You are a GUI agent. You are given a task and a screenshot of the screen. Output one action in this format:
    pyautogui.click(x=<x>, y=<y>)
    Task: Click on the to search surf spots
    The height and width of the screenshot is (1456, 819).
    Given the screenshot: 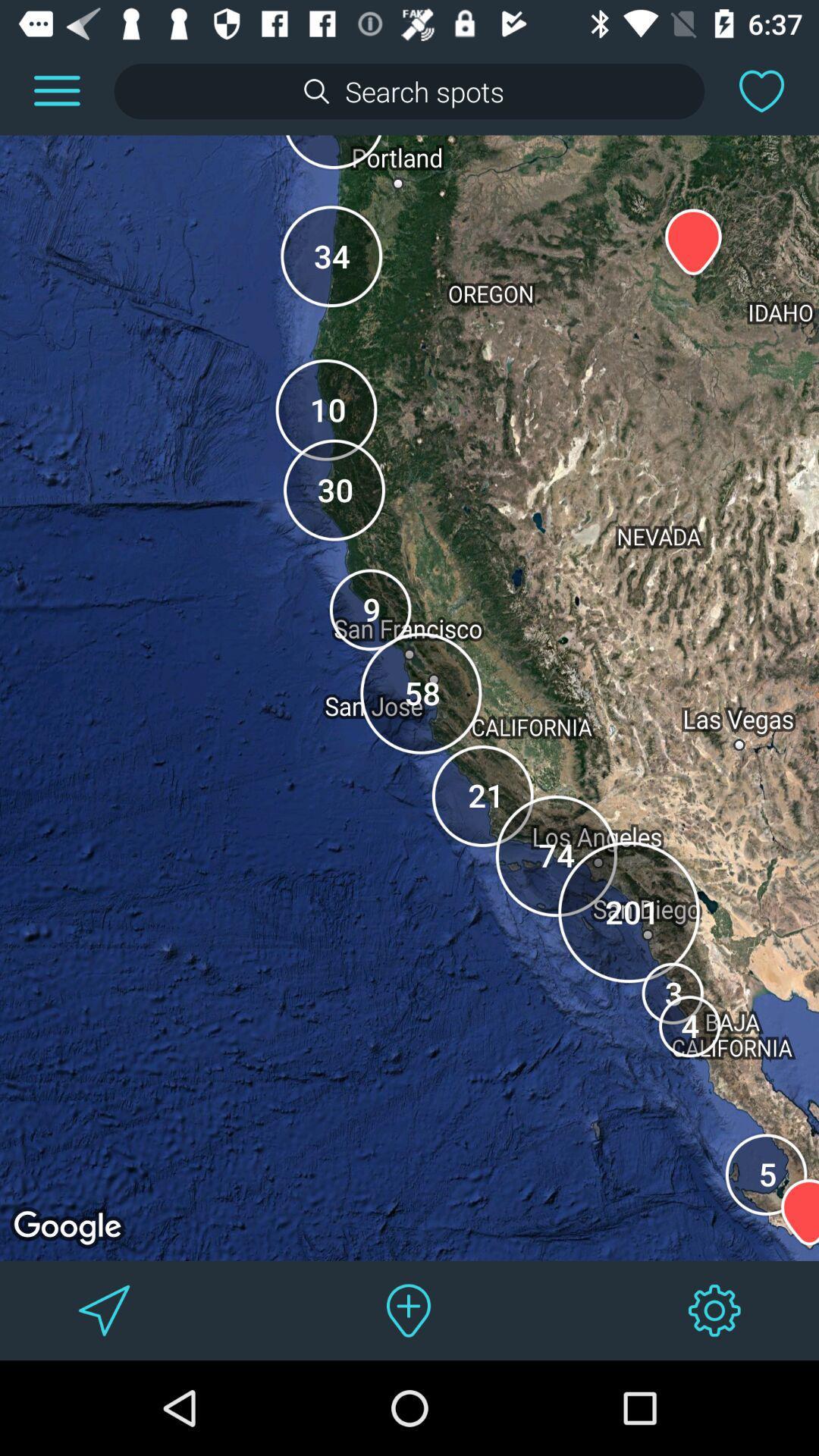 What is the action you would take?
    pyautogui.click(x=409, y=90)
    